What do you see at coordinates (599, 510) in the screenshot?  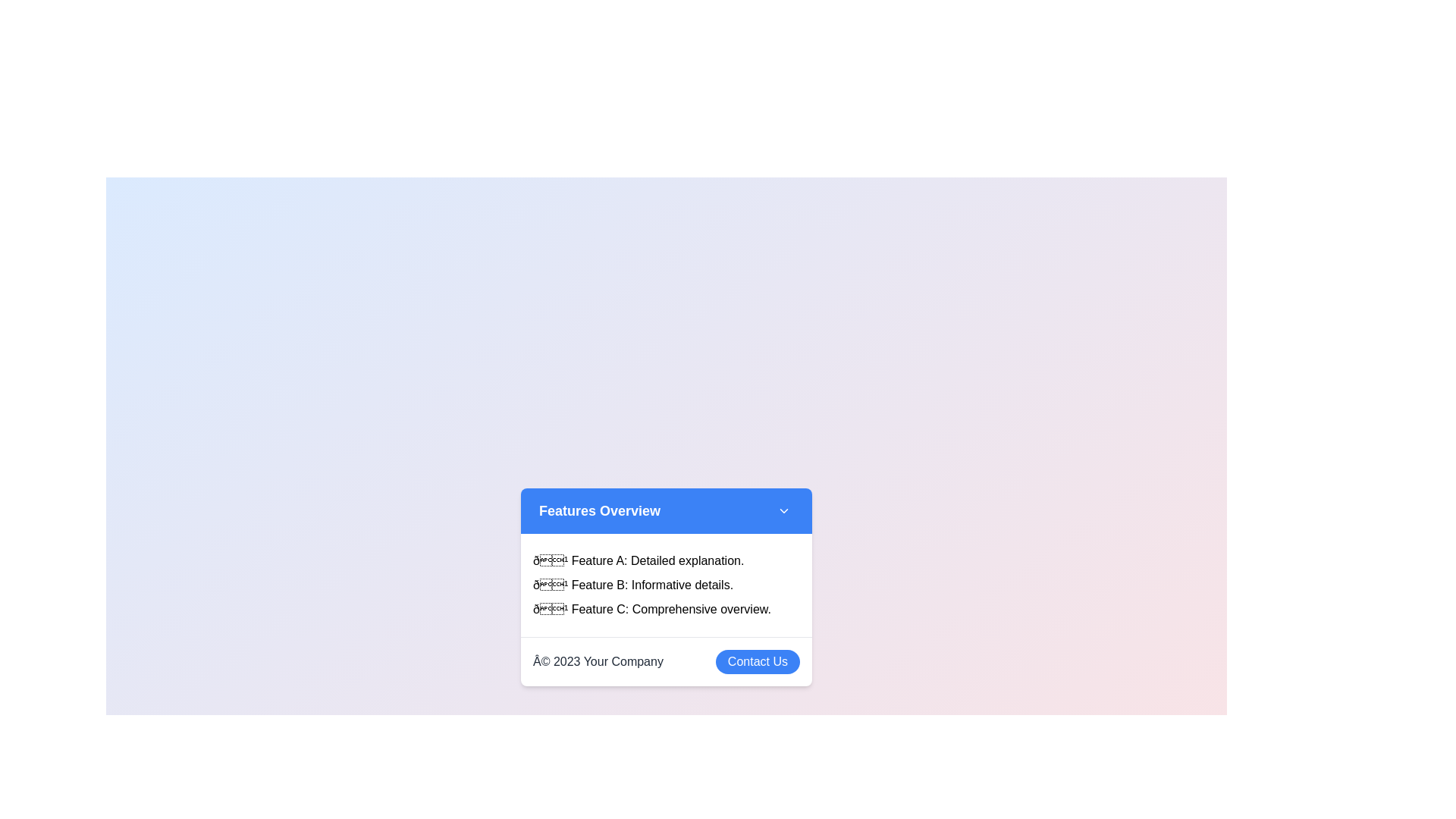 I see `the text label displaying 'Features Overview', which is styled with bold, white text on a blue background and located in the blue header bar of a dropdown-like component` at bounding box center [599, 510].